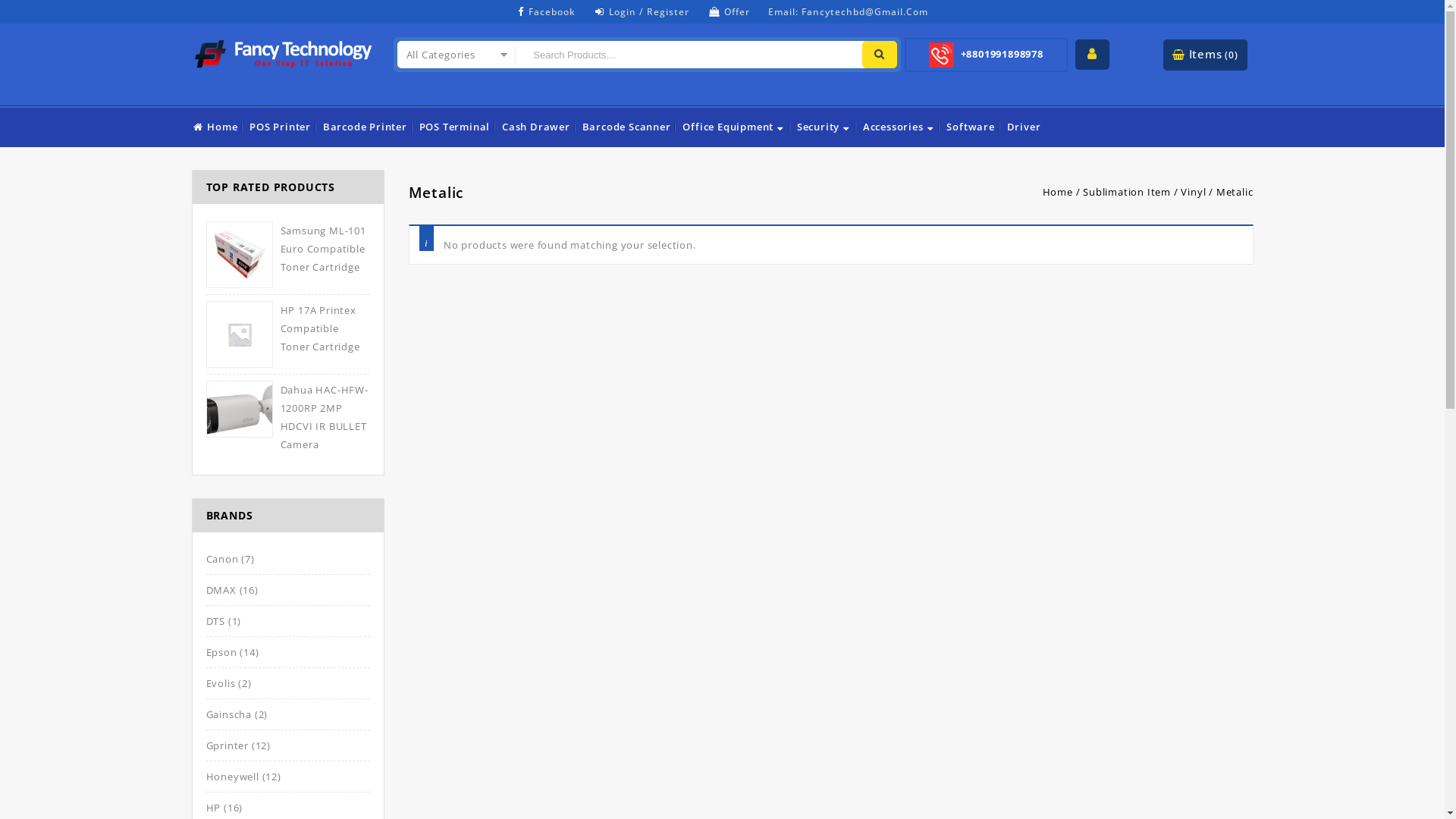 Image resolution: width=1456 pixels, height=819 pixels. What do you see at coordinates (287, 247) in the screenshot?
I see `'Samsung ML-101 Euro Compatible Toner Cartridge'` at bounding box center [287, 247].